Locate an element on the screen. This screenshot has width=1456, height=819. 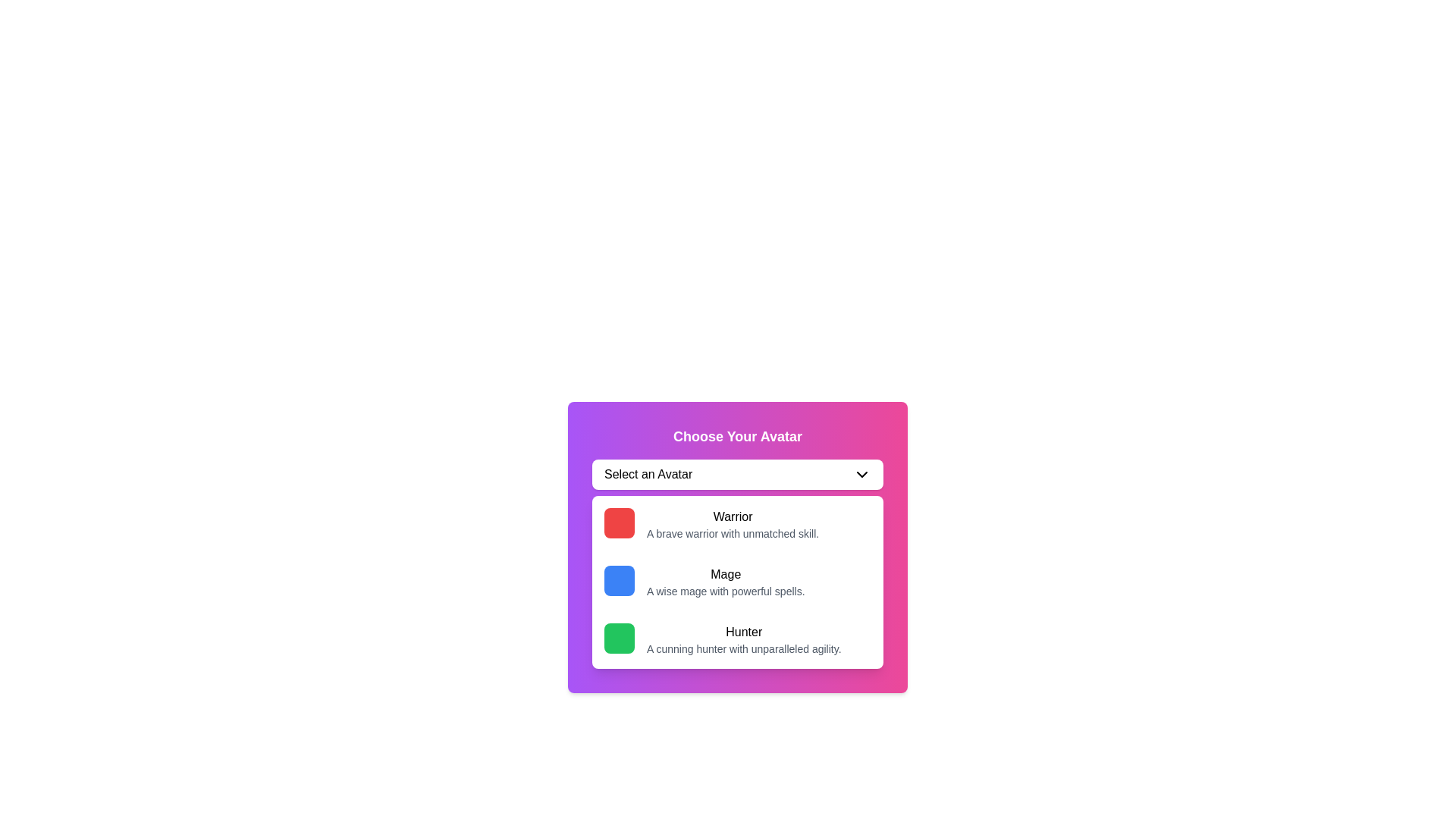
bold text label 'Warrior' to identify the purpose of the avatar selection card in the 'Choose Your Avatar' interface is located at coordinates (733, 516).